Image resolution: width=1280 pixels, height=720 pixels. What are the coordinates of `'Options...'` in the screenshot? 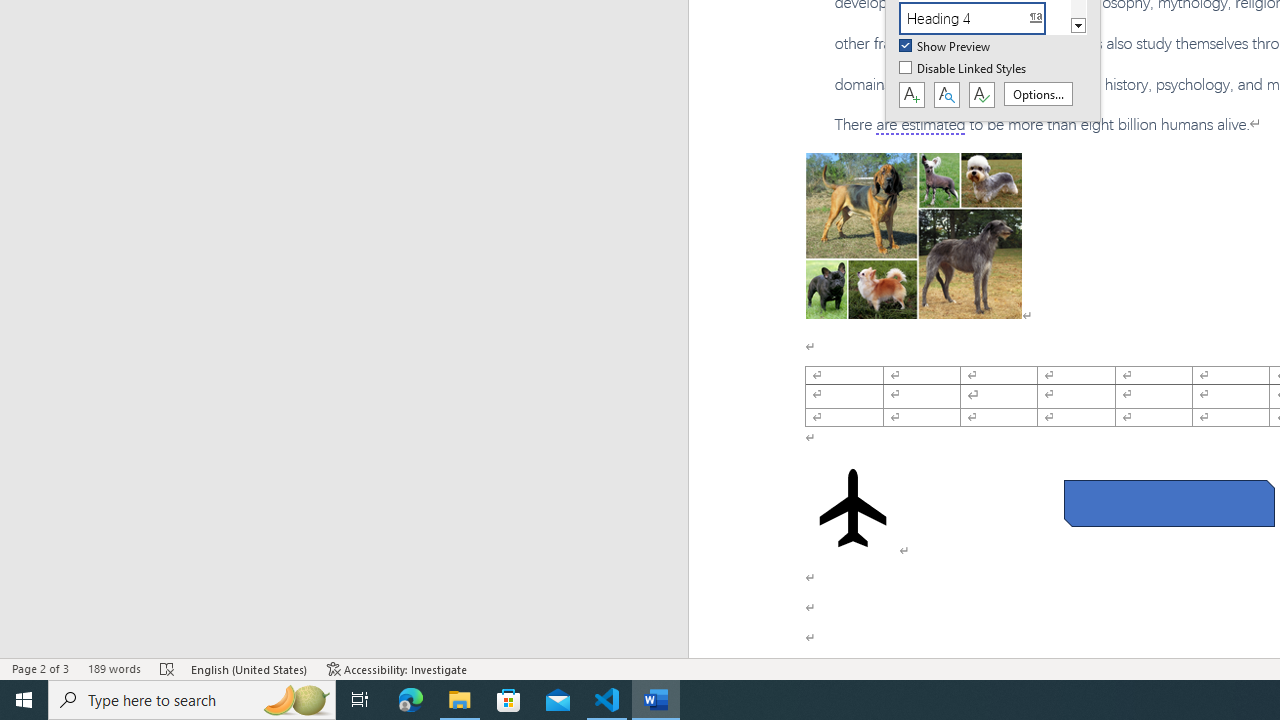 It's located at (1038, 93).